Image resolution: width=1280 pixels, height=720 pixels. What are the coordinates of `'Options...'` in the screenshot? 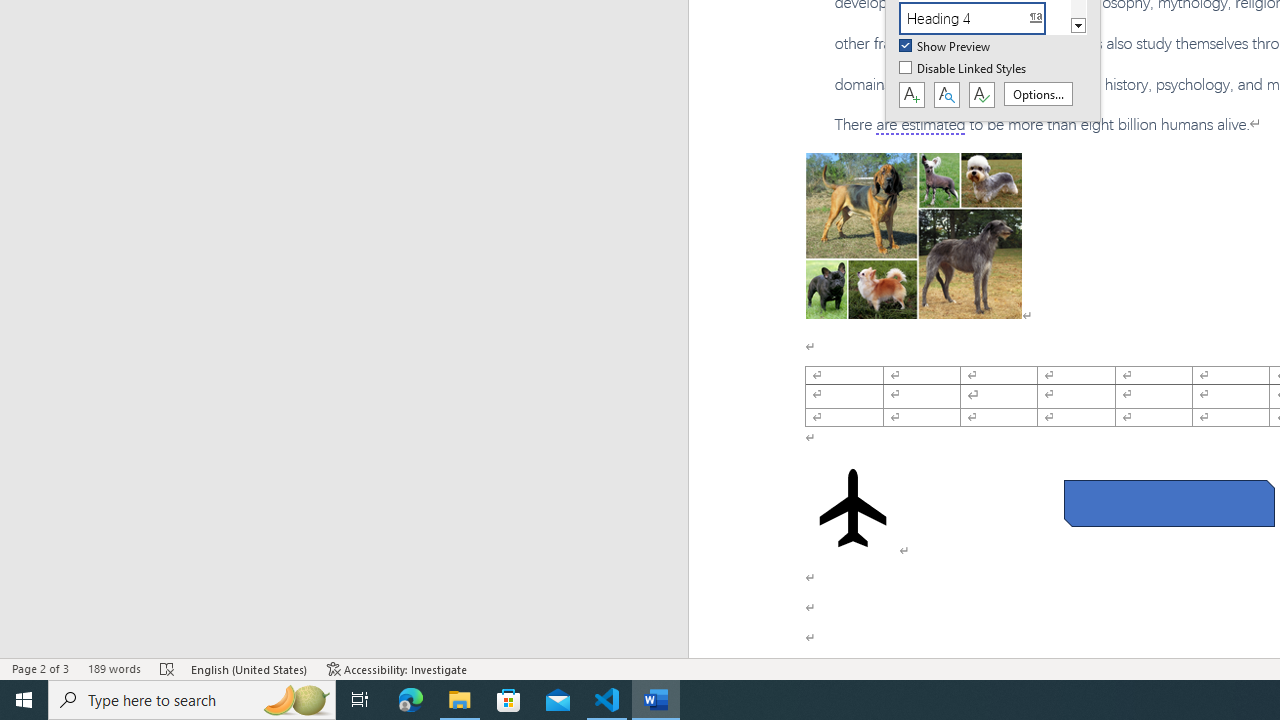 It's located at (1038, 93).